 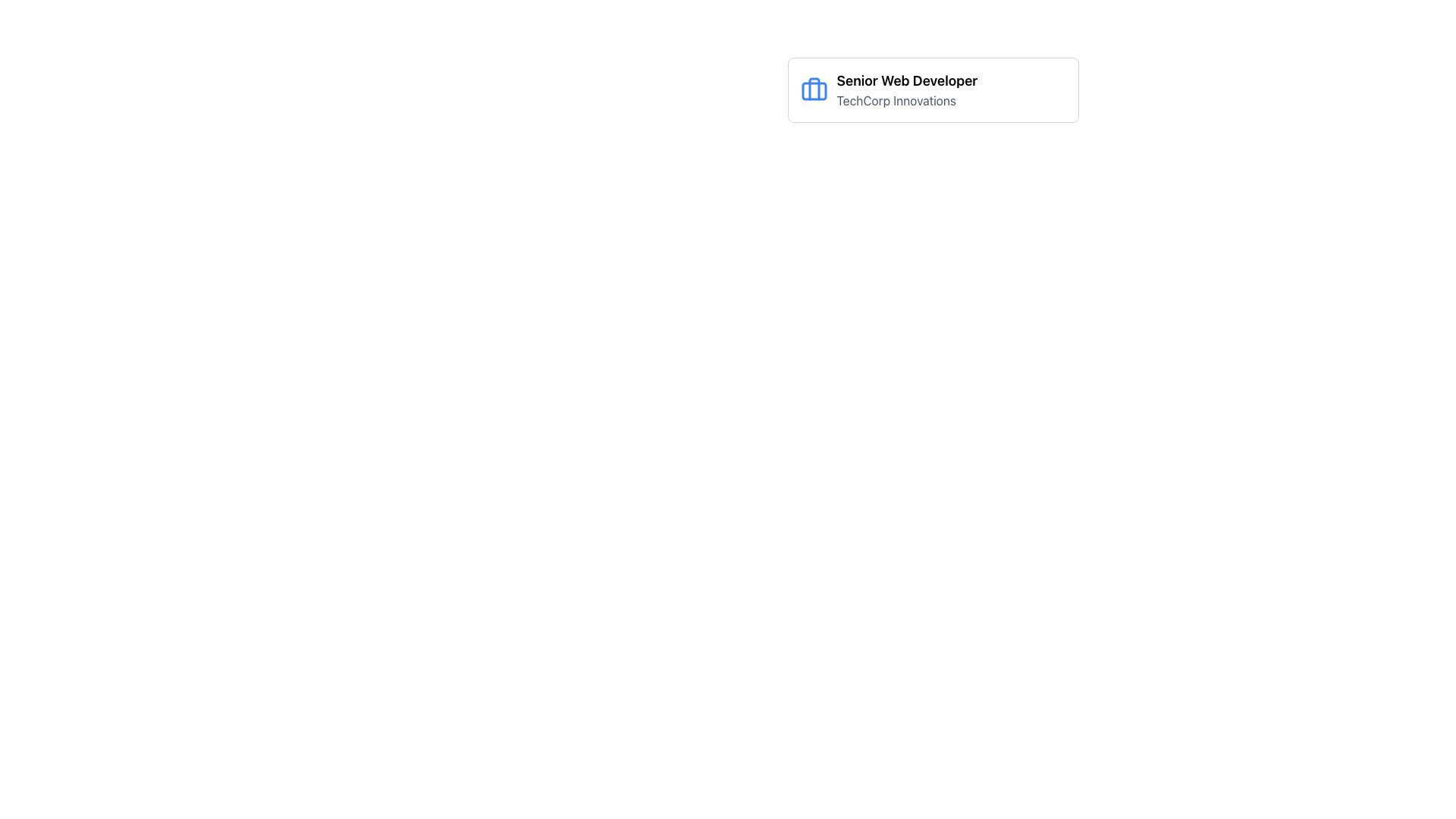 I want to click on the blue briefcase icon located to the left of the text 'Senior Web Developer', so click(x=813, y=90).